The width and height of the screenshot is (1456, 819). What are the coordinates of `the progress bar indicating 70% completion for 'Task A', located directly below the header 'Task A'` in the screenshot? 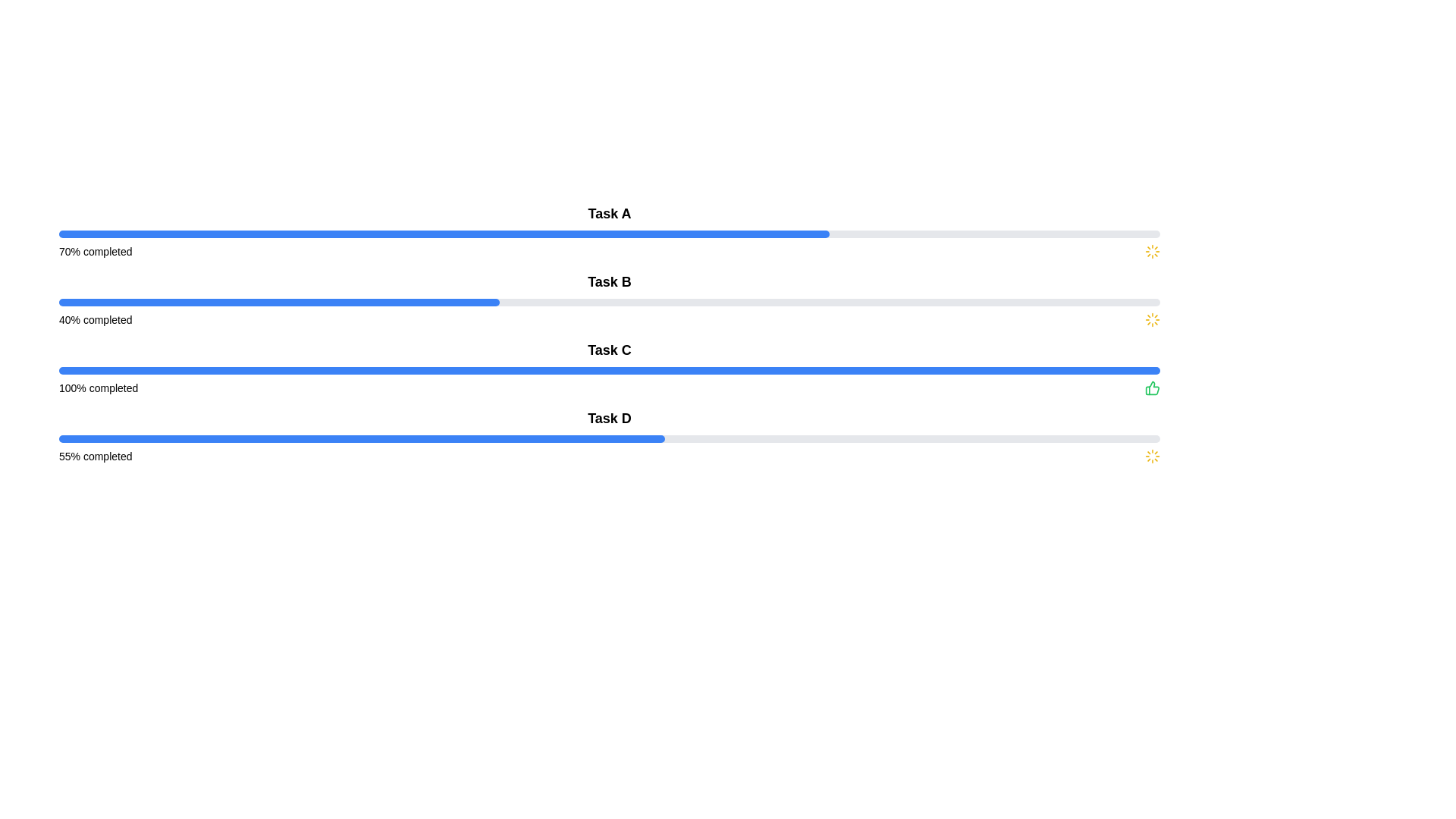 It's located at (610, 234).